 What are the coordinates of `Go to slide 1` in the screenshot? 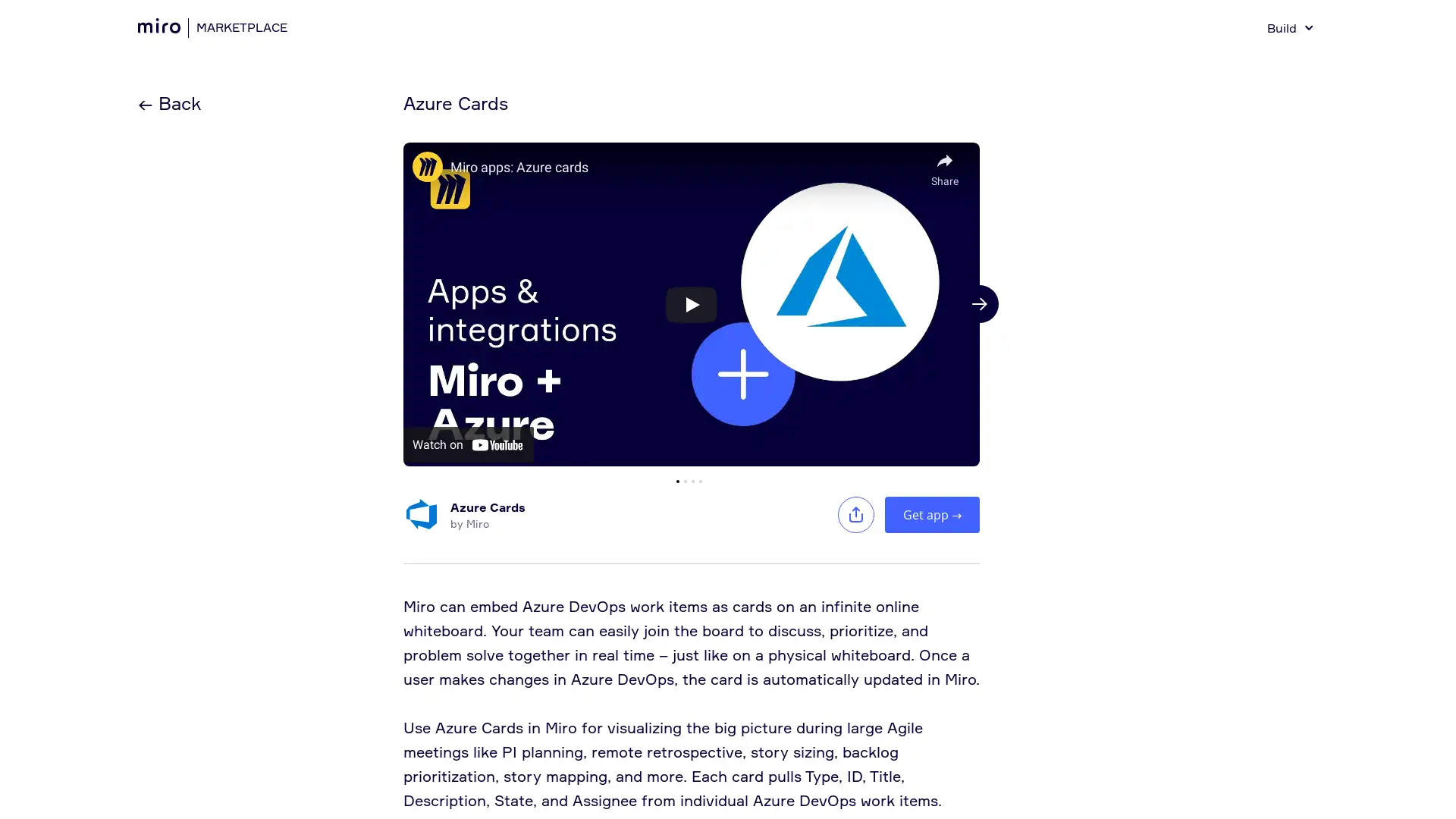 It's located at (676, 480).